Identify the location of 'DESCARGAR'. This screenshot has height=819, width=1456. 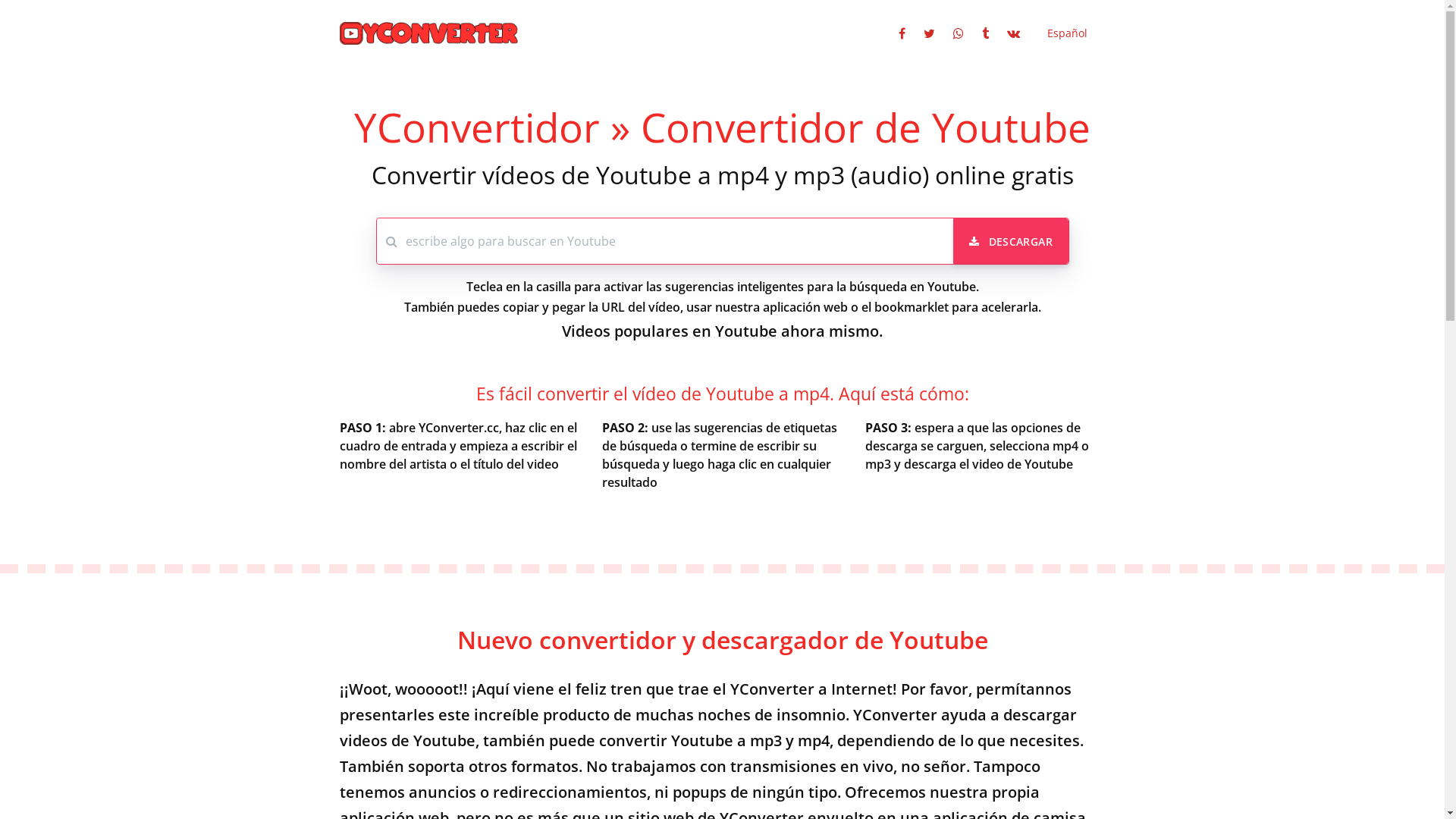
(1011, 240).